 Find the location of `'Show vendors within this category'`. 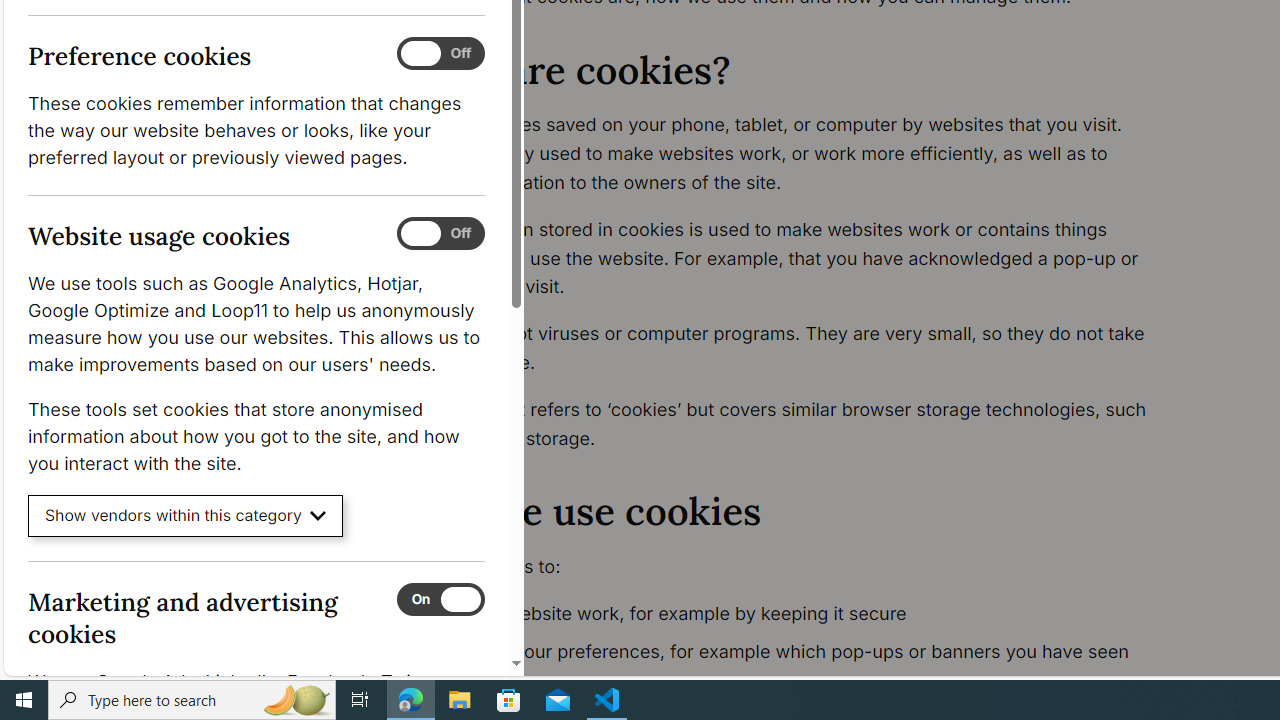

'Show vendors within this category' is located at coordinates (185, 515).